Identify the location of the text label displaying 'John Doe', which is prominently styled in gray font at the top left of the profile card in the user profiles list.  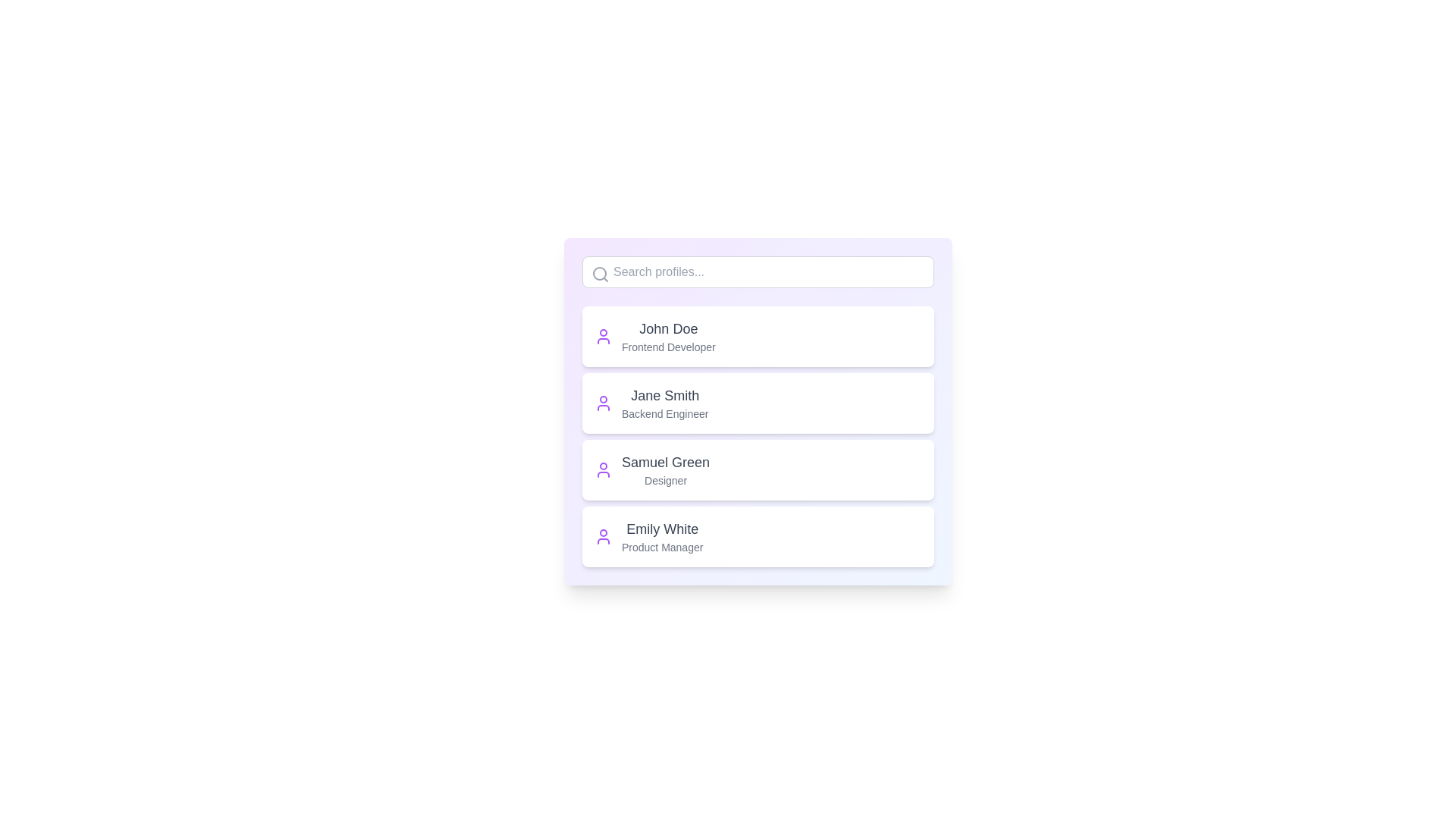
(667, 328).